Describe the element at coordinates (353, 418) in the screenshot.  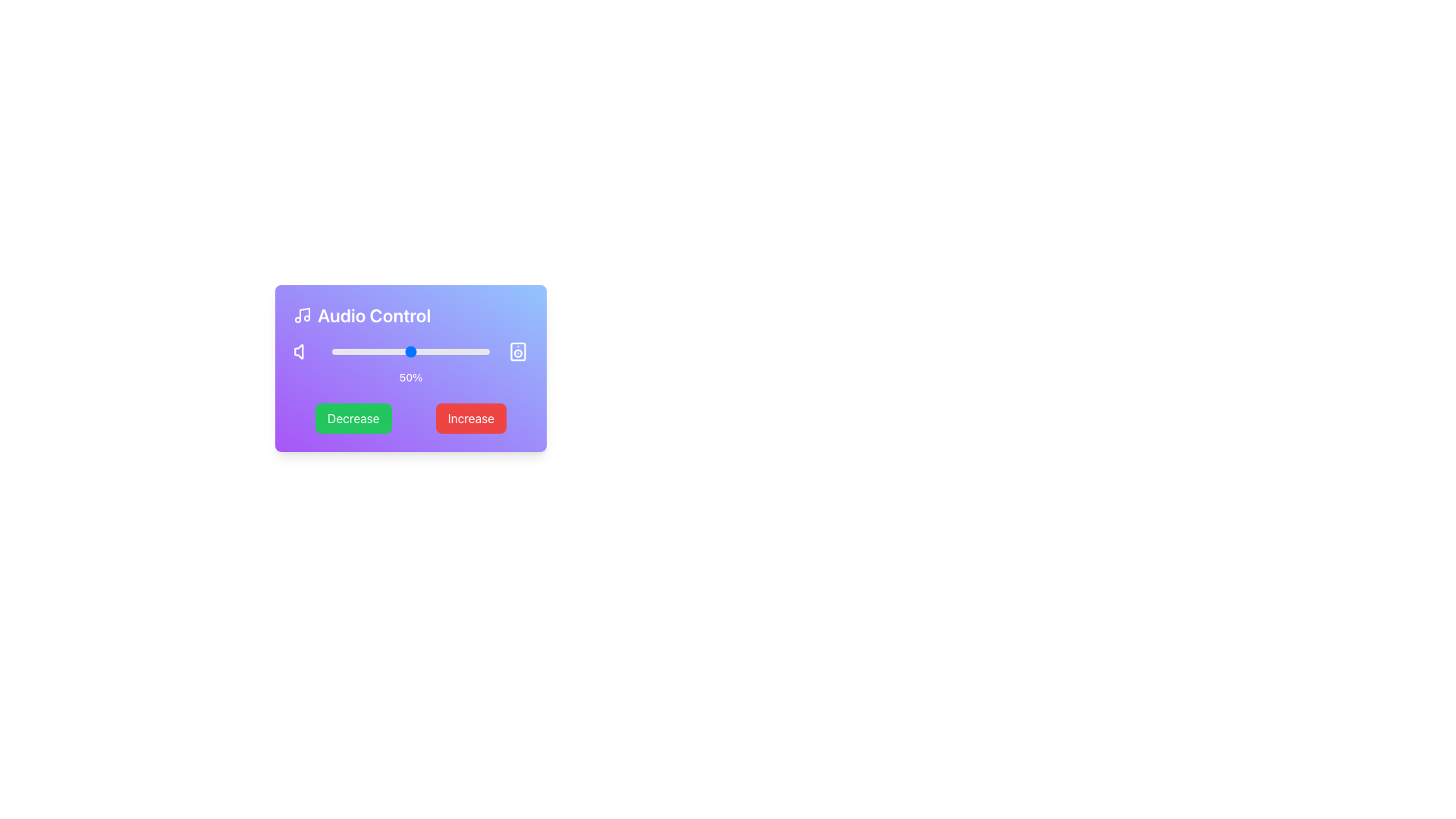
I see `the button that decreases the volume, located to the left of the 'Increase' button with a red background` at that location.